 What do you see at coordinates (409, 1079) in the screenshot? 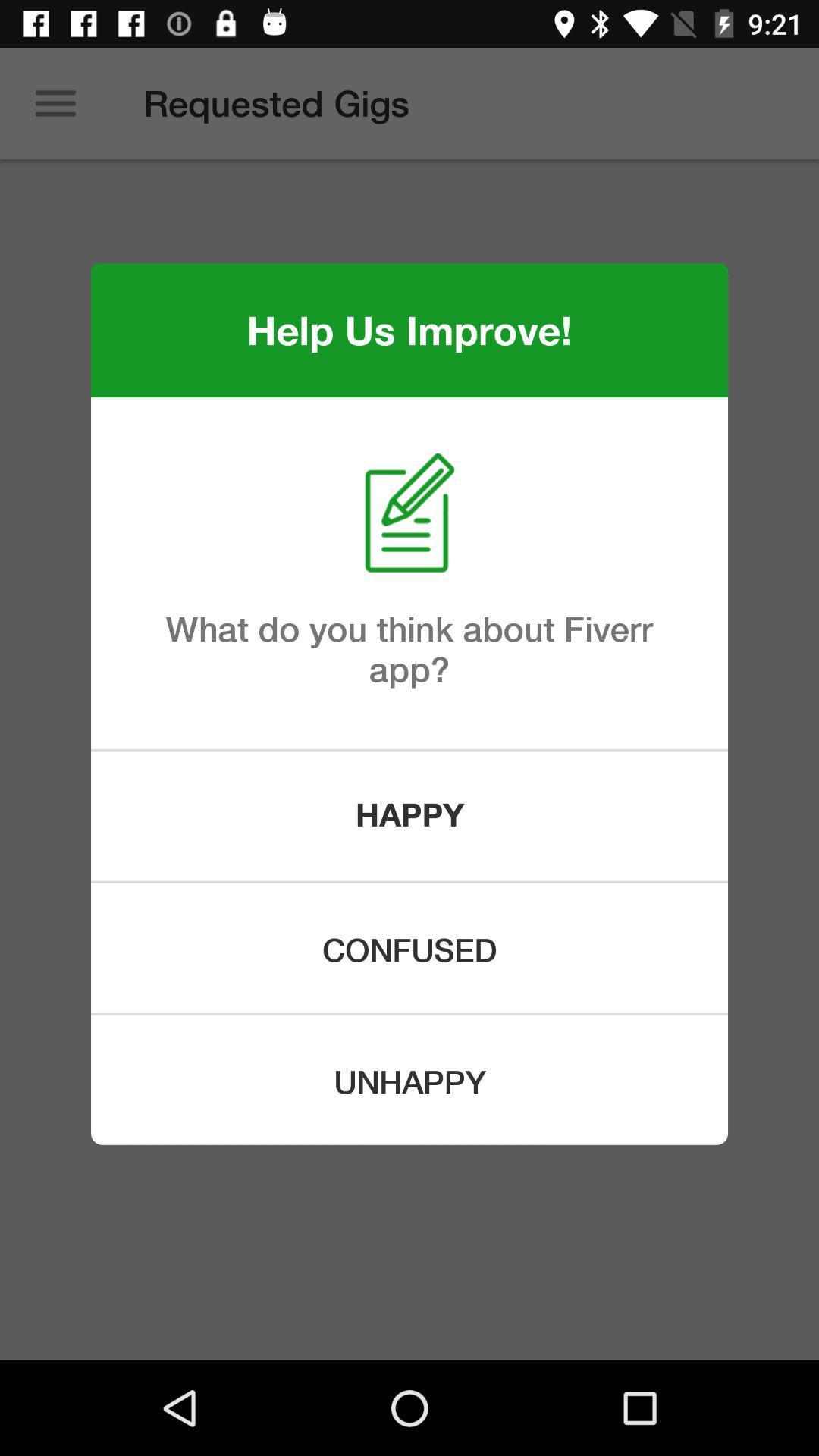
I see `the unhappy item` at bounding box center [409, 1079].